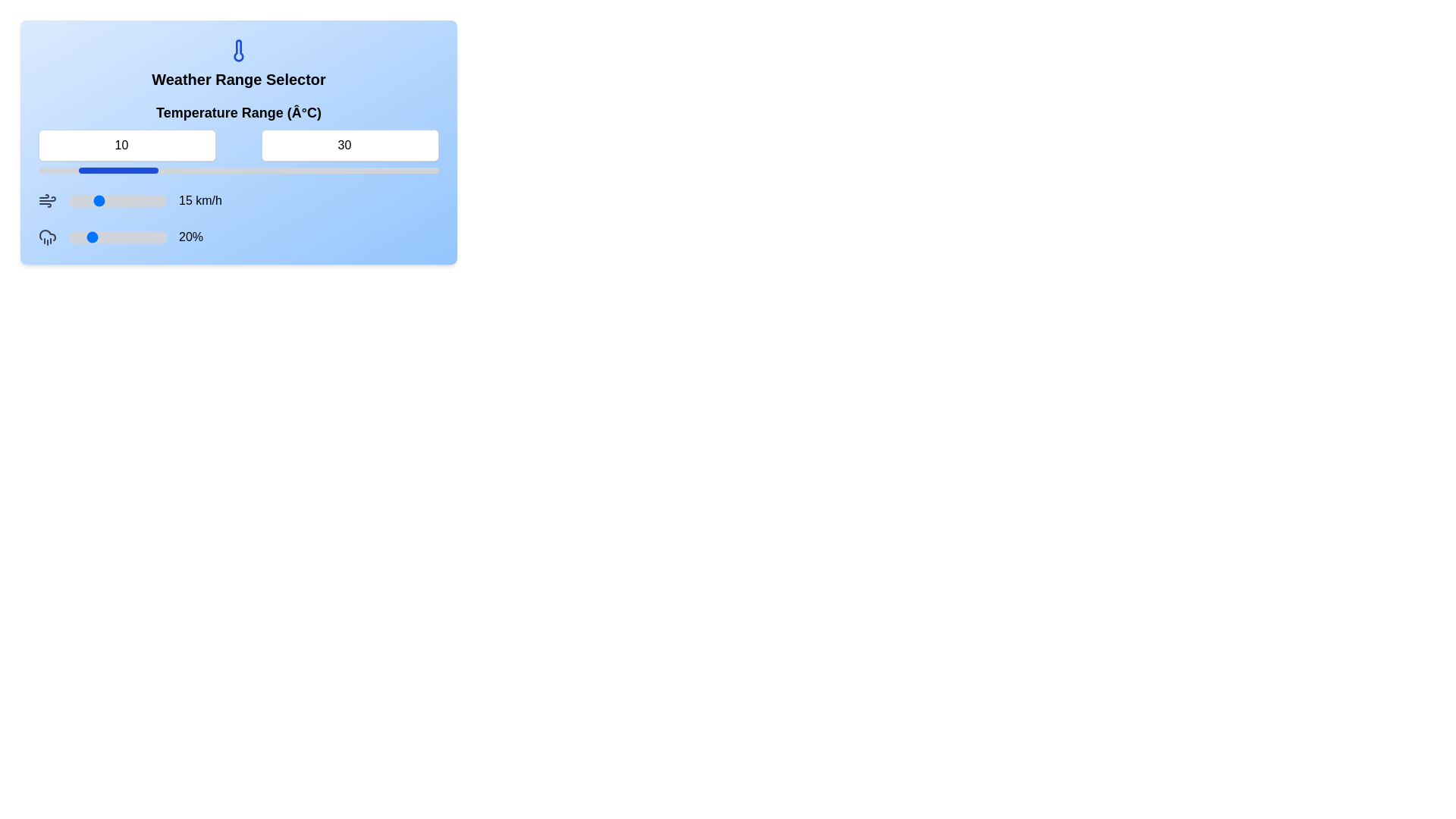  I want to click on the slider, so click(132, 237).